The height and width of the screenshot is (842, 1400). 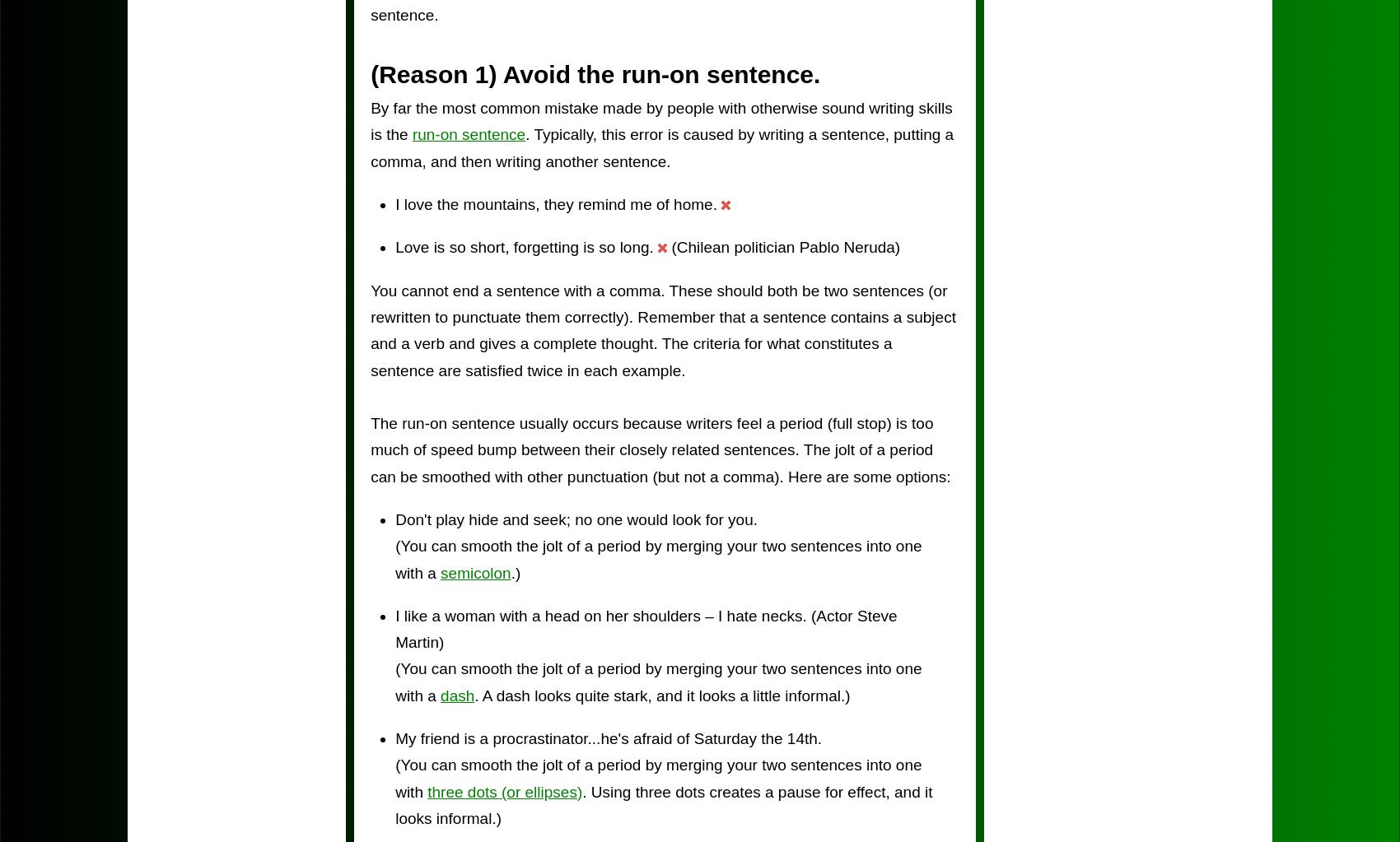 What do you see at coordinates (660, 694) in the screenshot?
I see `'. A dash looks quite stark, and it looks a little informal.)'` at bounding box center [660, 694].